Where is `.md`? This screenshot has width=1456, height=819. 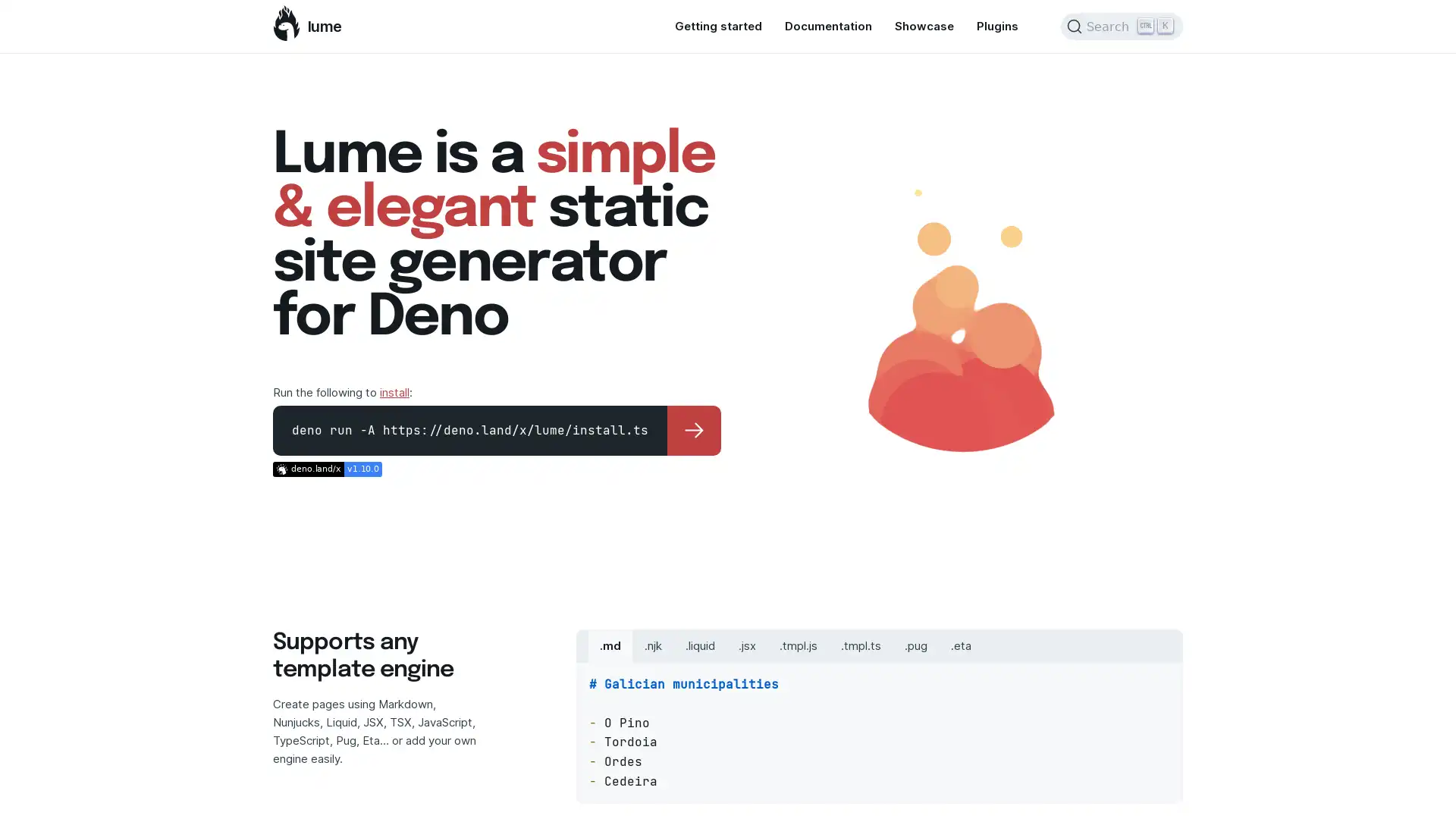 .md is located at coordinates (610, 645).